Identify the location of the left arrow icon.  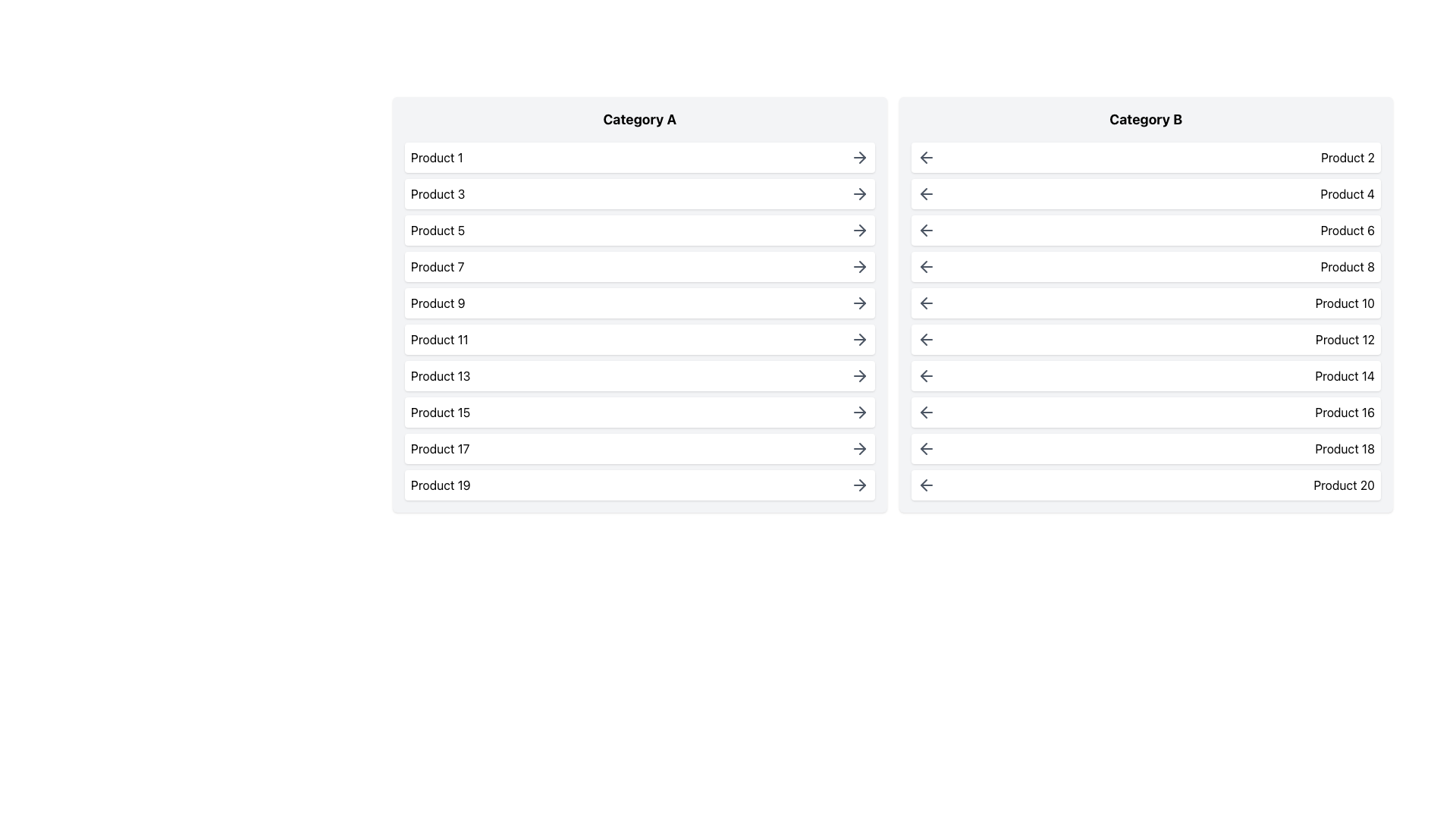
(925, 303).